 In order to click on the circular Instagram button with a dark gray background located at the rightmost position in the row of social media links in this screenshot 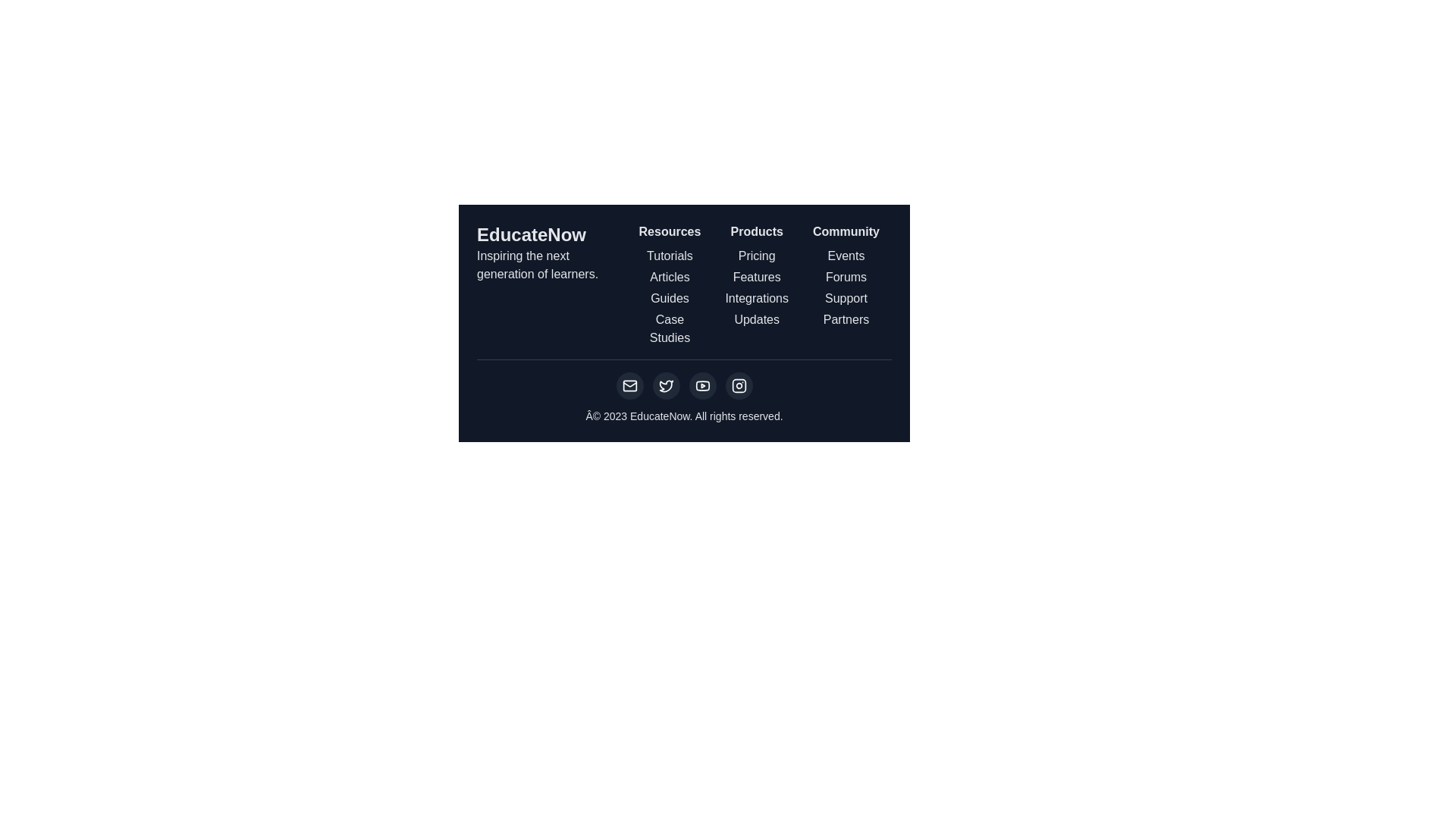, I will do `click(739, 385)`.